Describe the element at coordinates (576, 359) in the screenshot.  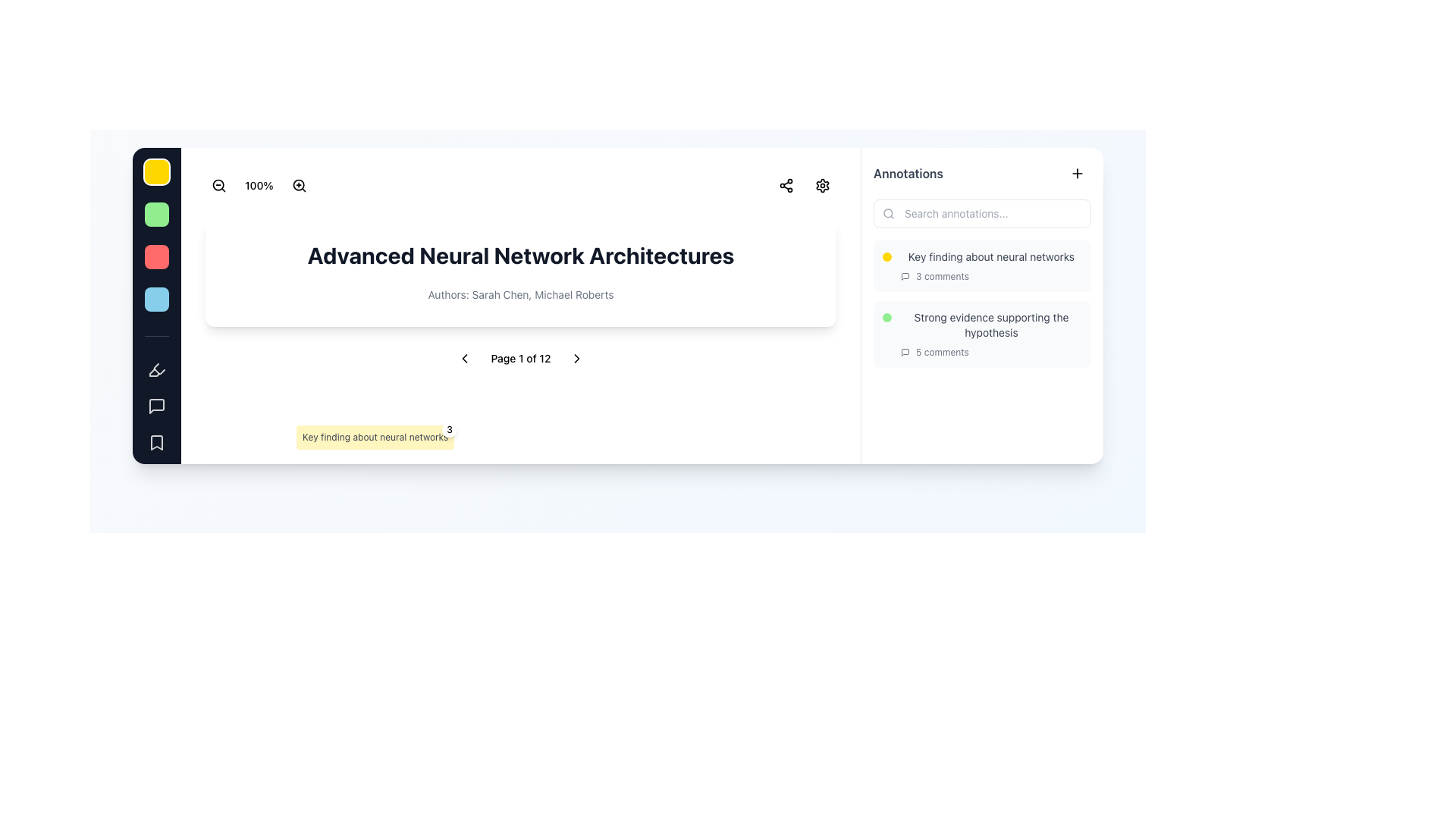
I see `the navigation button located towards the right side of the footer section, next to the 'Page 1 of 12' text, to trigger the hover effect` at that location.